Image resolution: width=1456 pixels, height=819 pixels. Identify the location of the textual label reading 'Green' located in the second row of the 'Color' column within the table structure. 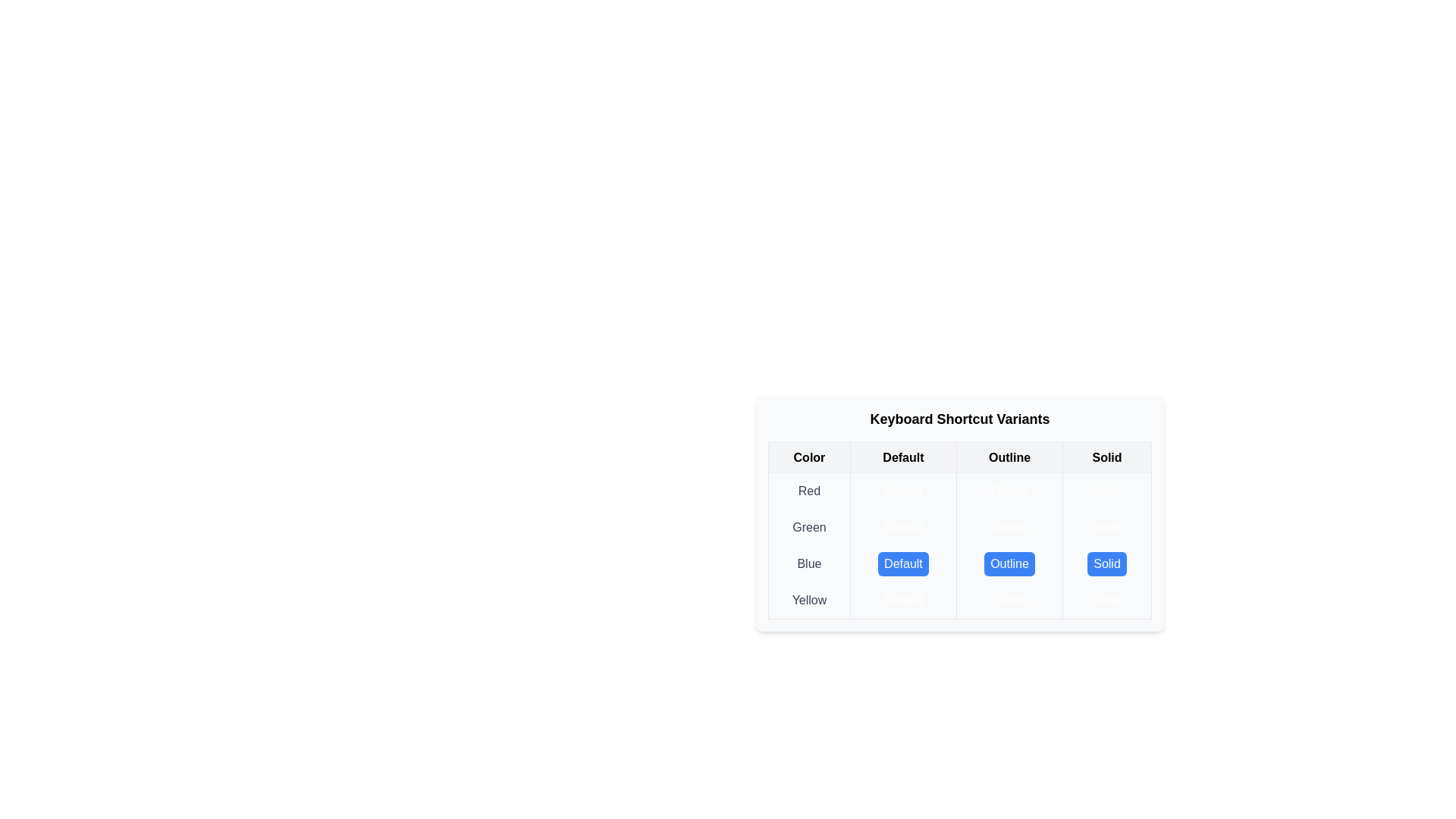
(808, 526).